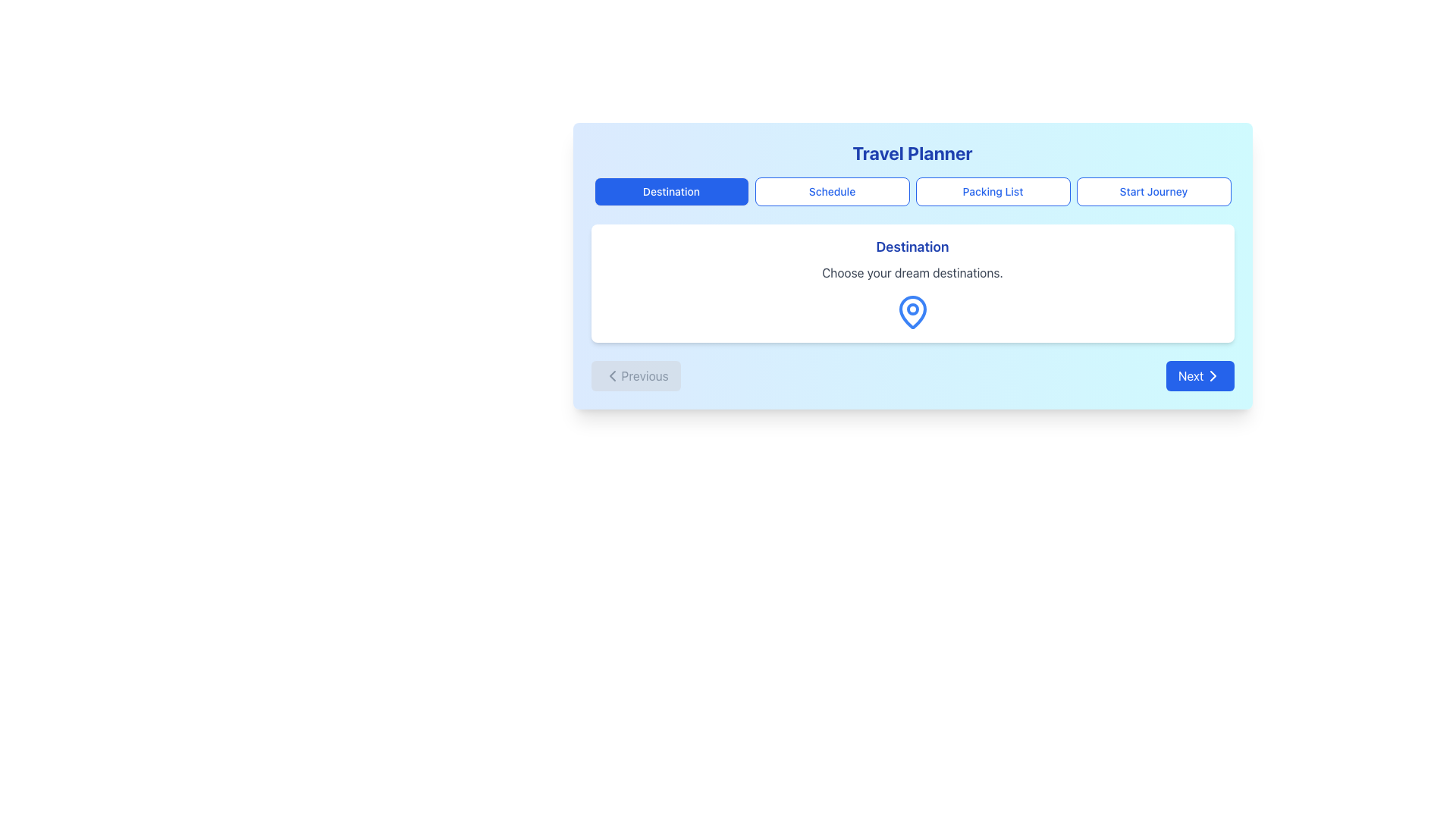  What do you see at coordinates (1153, 191) in the screenshot?
I see `the 'Start Journey' button, which is the fourth button in the horizontal navigation row of the Travel Planner interface, featuring a white background, blue border, and centered blue text` at bounding box center [1153, 191].